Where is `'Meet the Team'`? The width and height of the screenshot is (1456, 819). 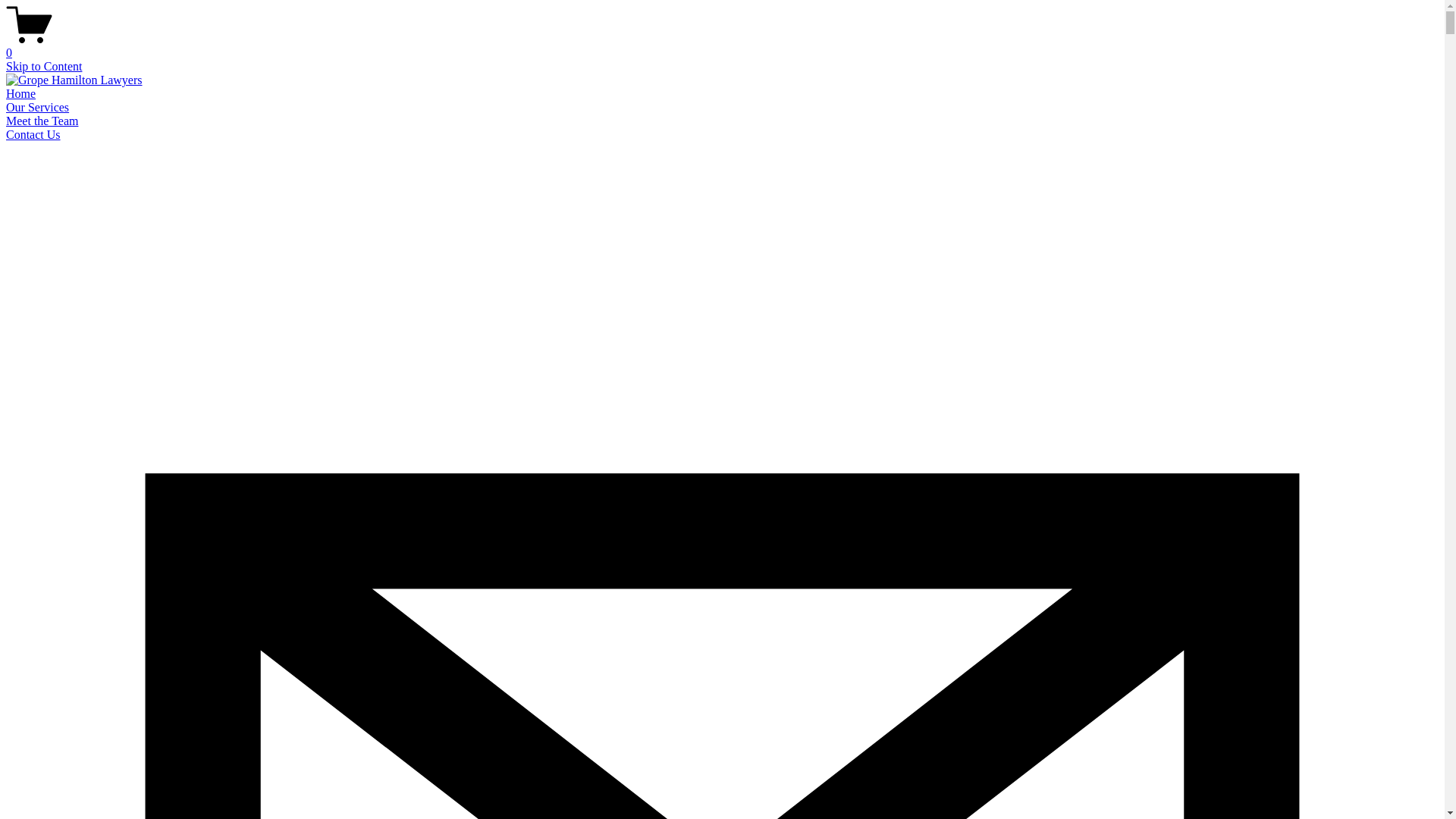
'Meet the Team' is located at coordinates (42, 120).